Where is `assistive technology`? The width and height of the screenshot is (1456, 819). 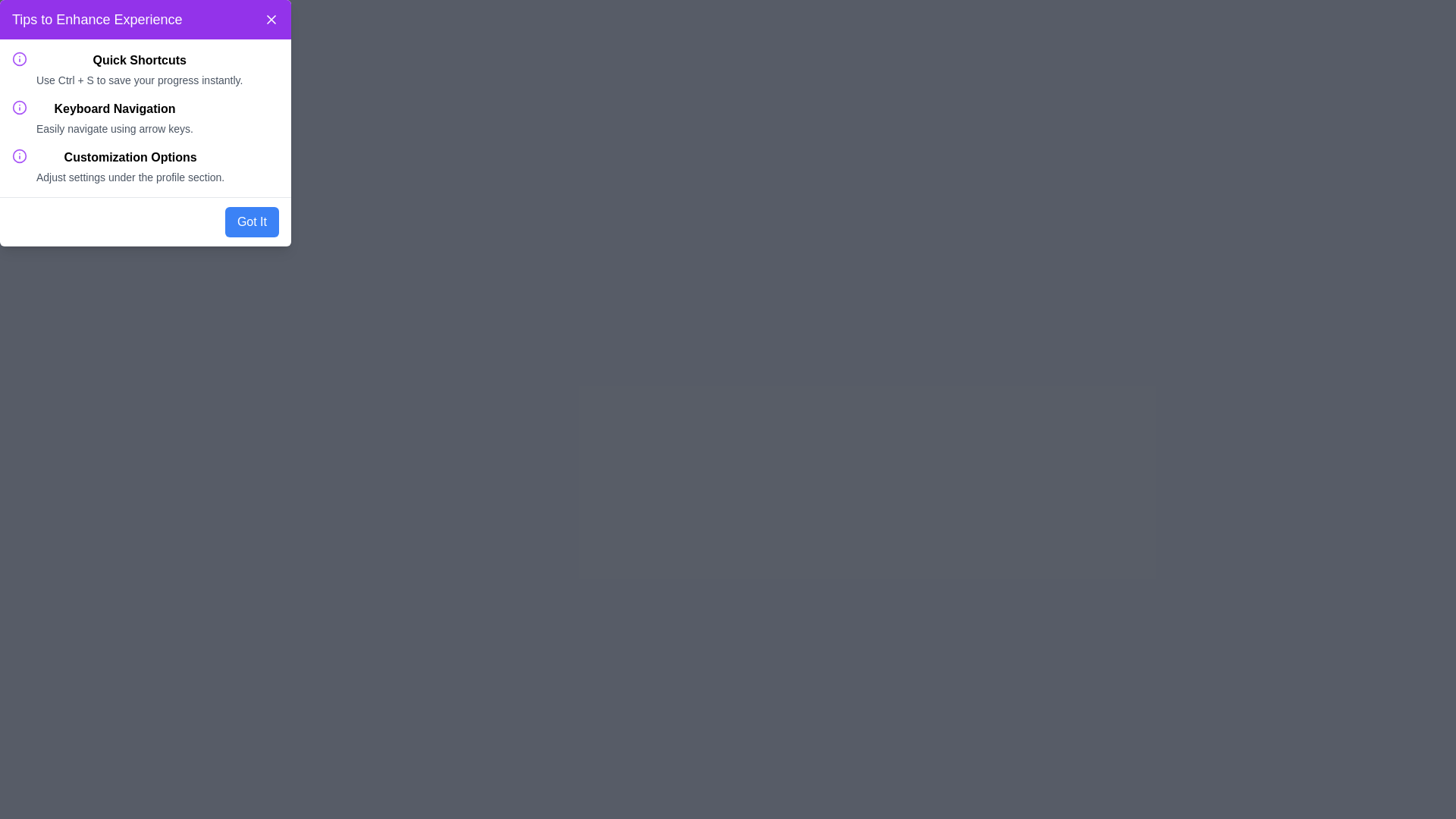
assistive technology is located at coordinates (19, 107).